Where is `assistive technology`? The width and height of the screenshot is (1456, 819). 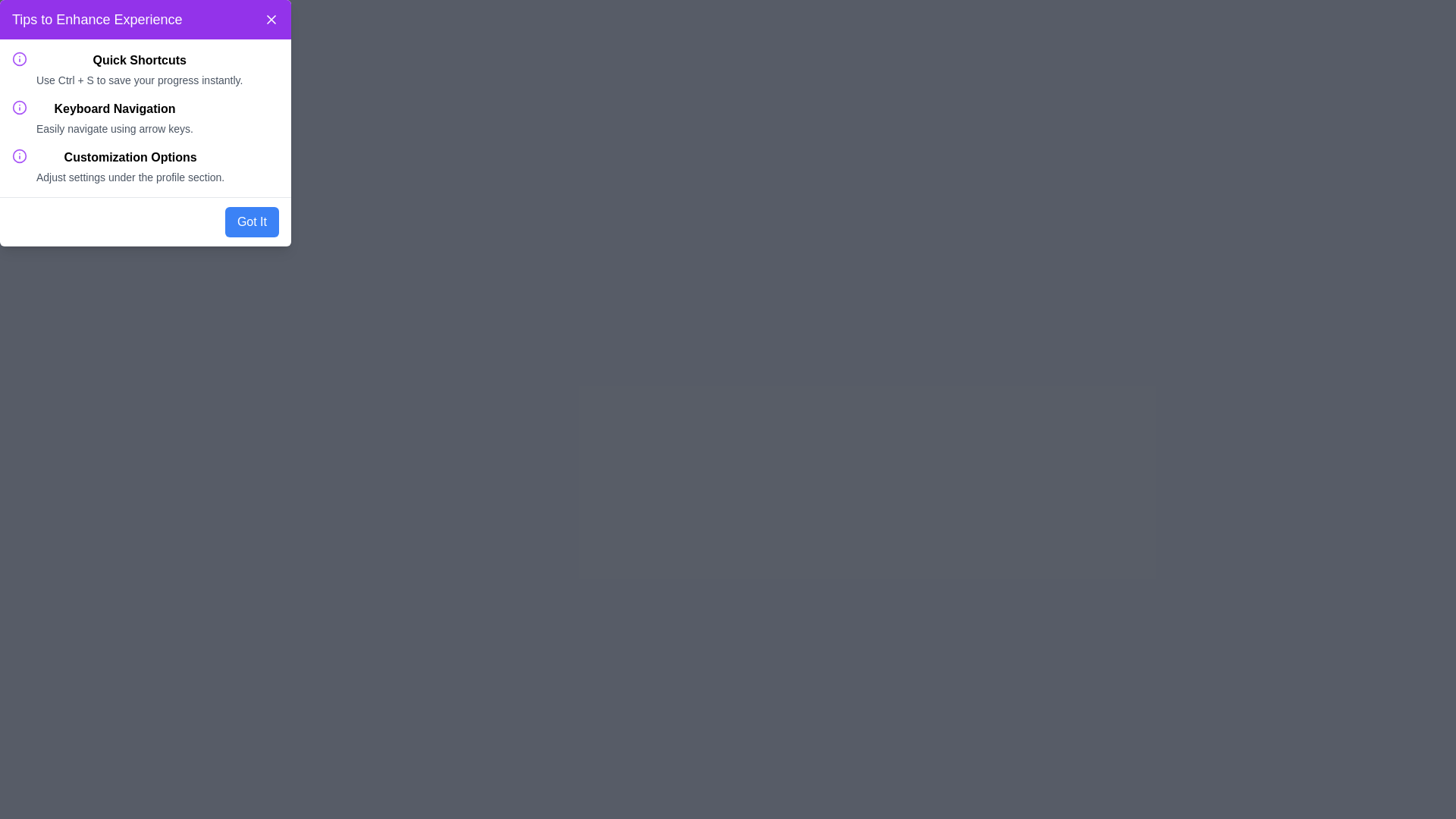
assistive technology is located at coordinates (19, 107).